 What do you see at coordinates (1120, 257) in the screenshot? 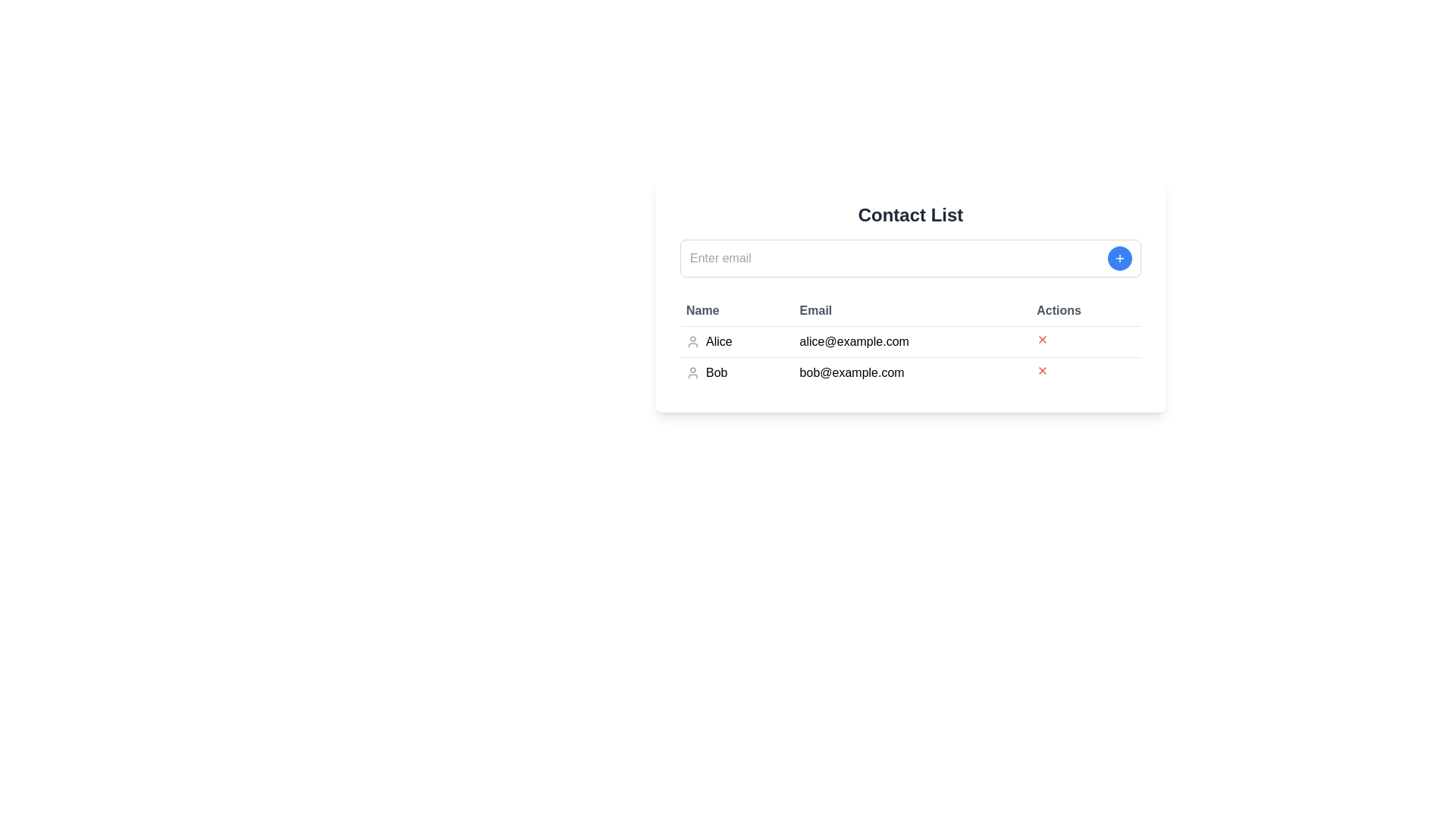
I see `the button for adding new contacts located in the top right corner of the 'Contact List' panel` at bounding box center [1120, 257].